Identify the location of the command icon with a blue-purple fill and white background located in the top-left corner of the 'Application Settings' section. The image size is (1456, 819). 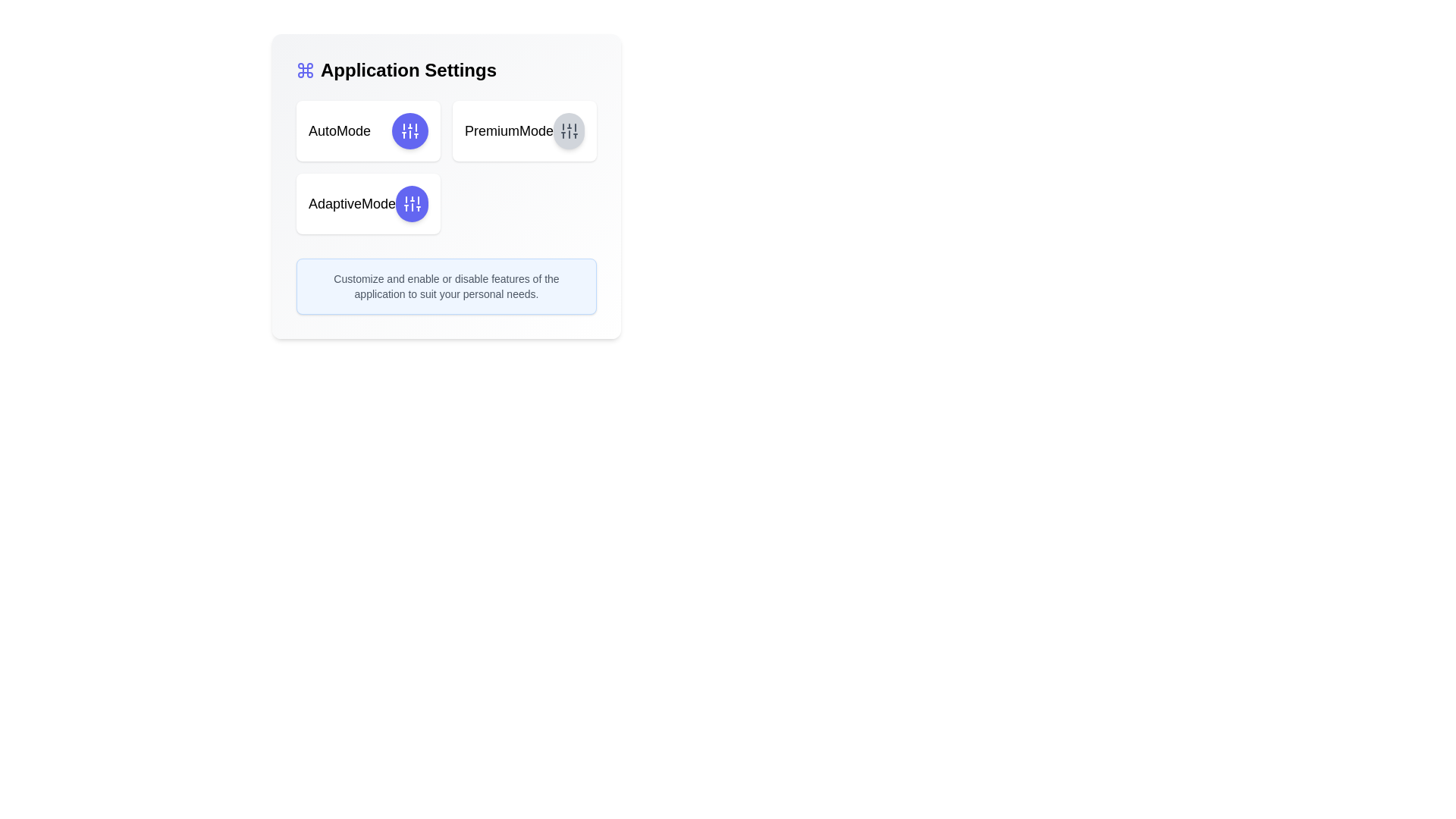
(305, 70).